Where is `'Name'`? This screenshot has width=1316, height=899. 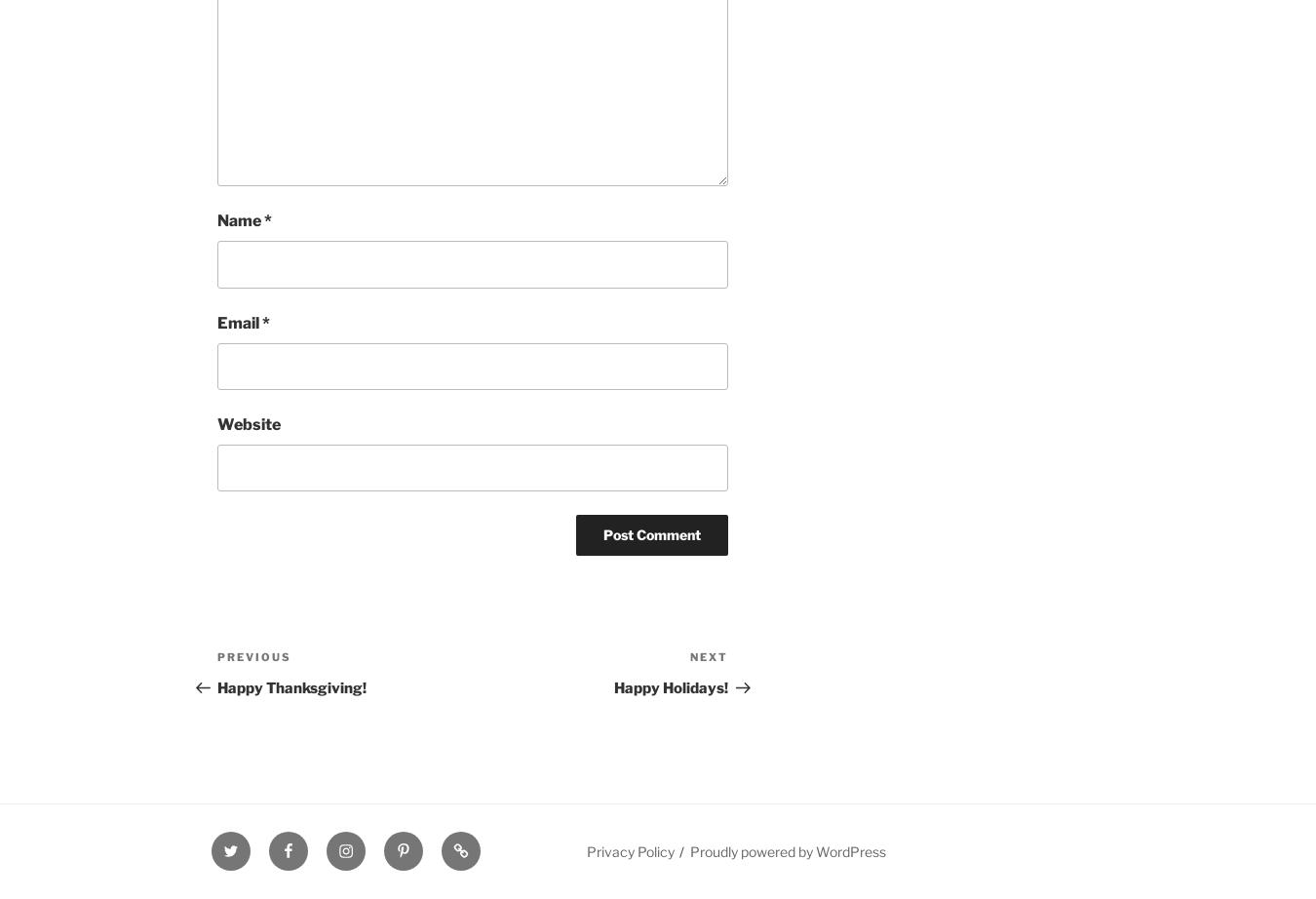 'Name' is located at coordinates (240, 220).